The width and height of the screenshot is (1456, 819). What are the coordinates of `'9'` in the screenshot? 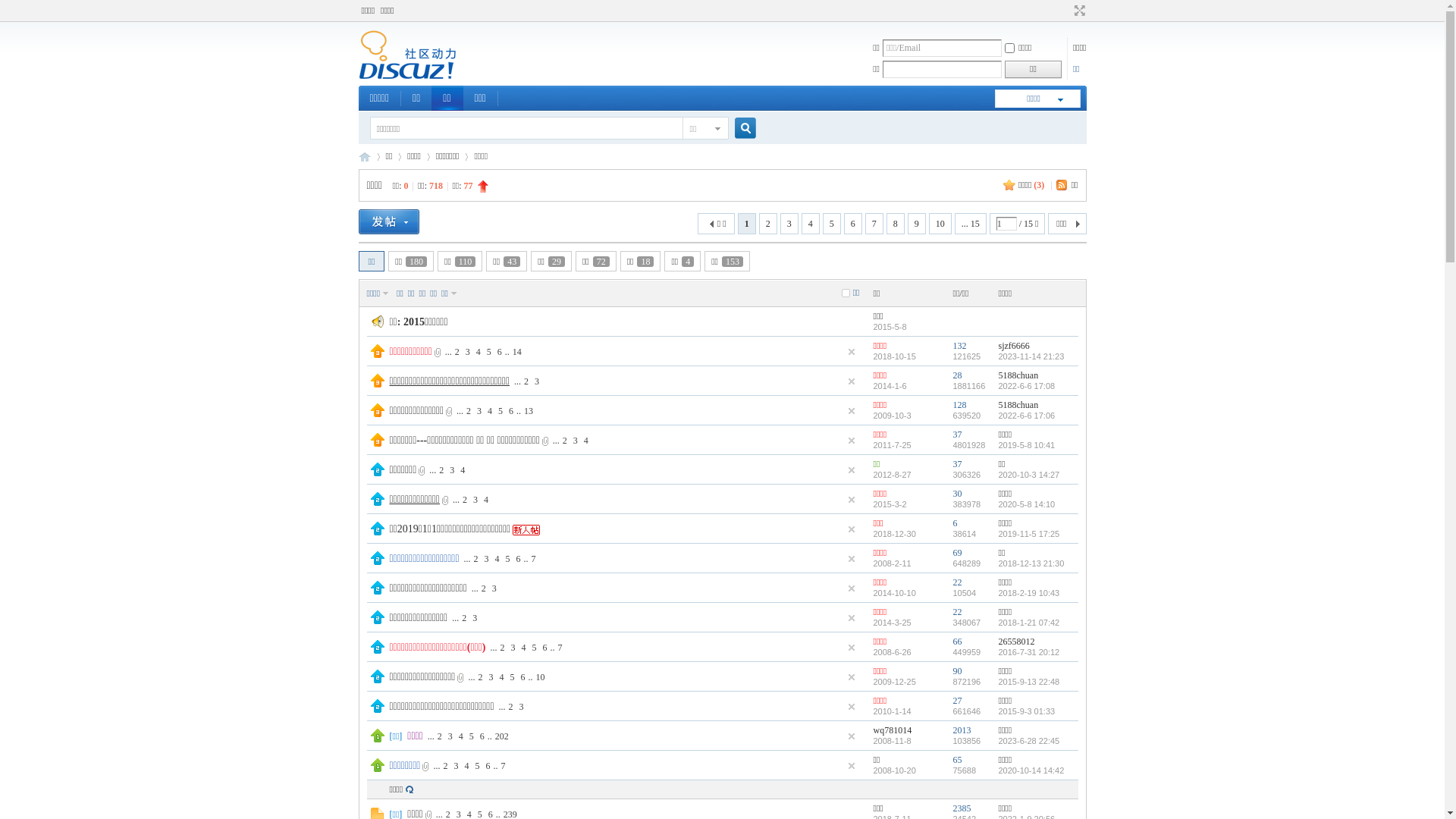 It's located at (916, 223).